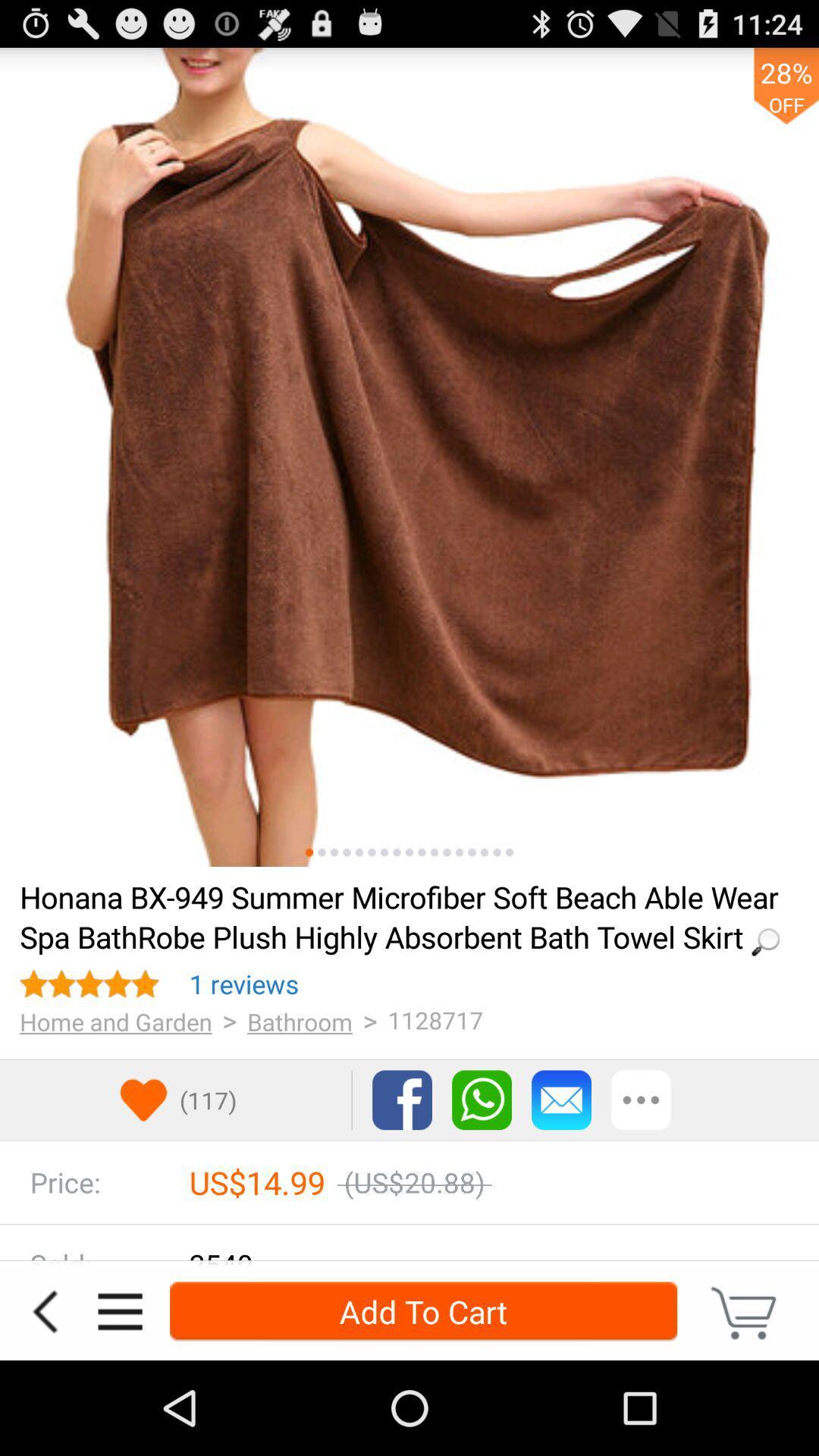 This screenshot has width=819, height=1456. What do you see at coordinates (44, 1310) in the screenshot?
I see `backpage` at bounding box center [44, 1310].